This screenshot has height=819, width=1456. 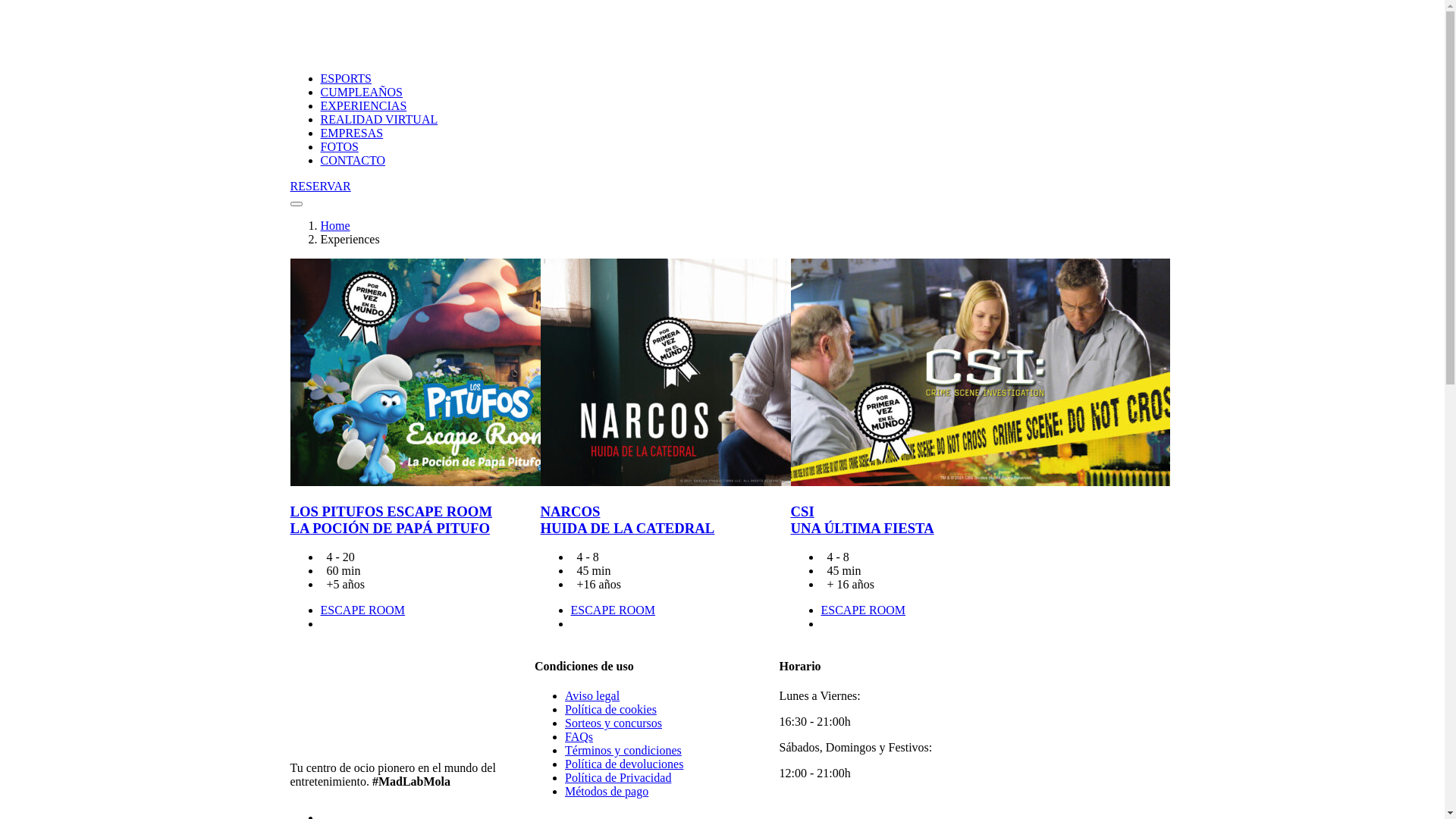 I want to click on 'NARCOS, so click(x=626, y=519).